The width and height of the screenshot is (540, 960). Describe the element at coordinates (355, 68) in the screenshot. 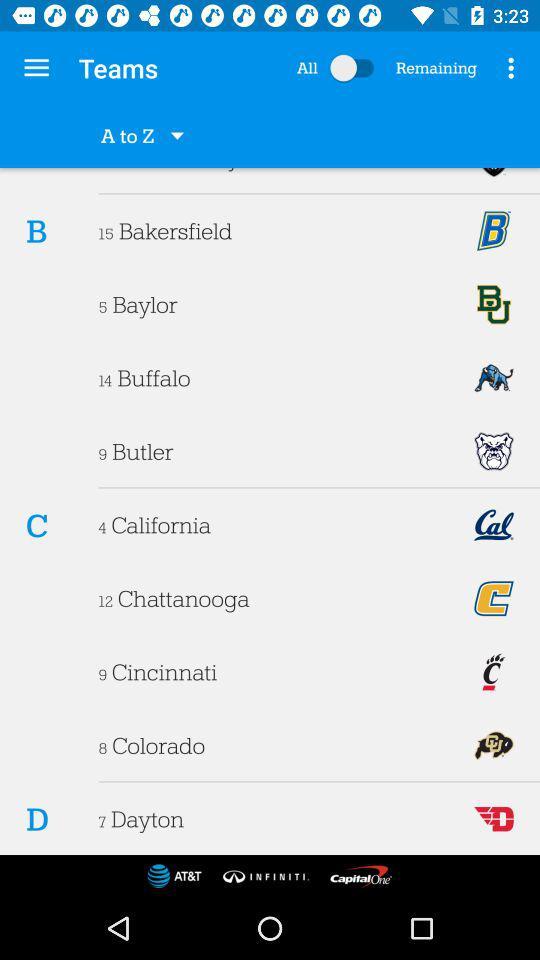

I see `push for selec all` at that location.